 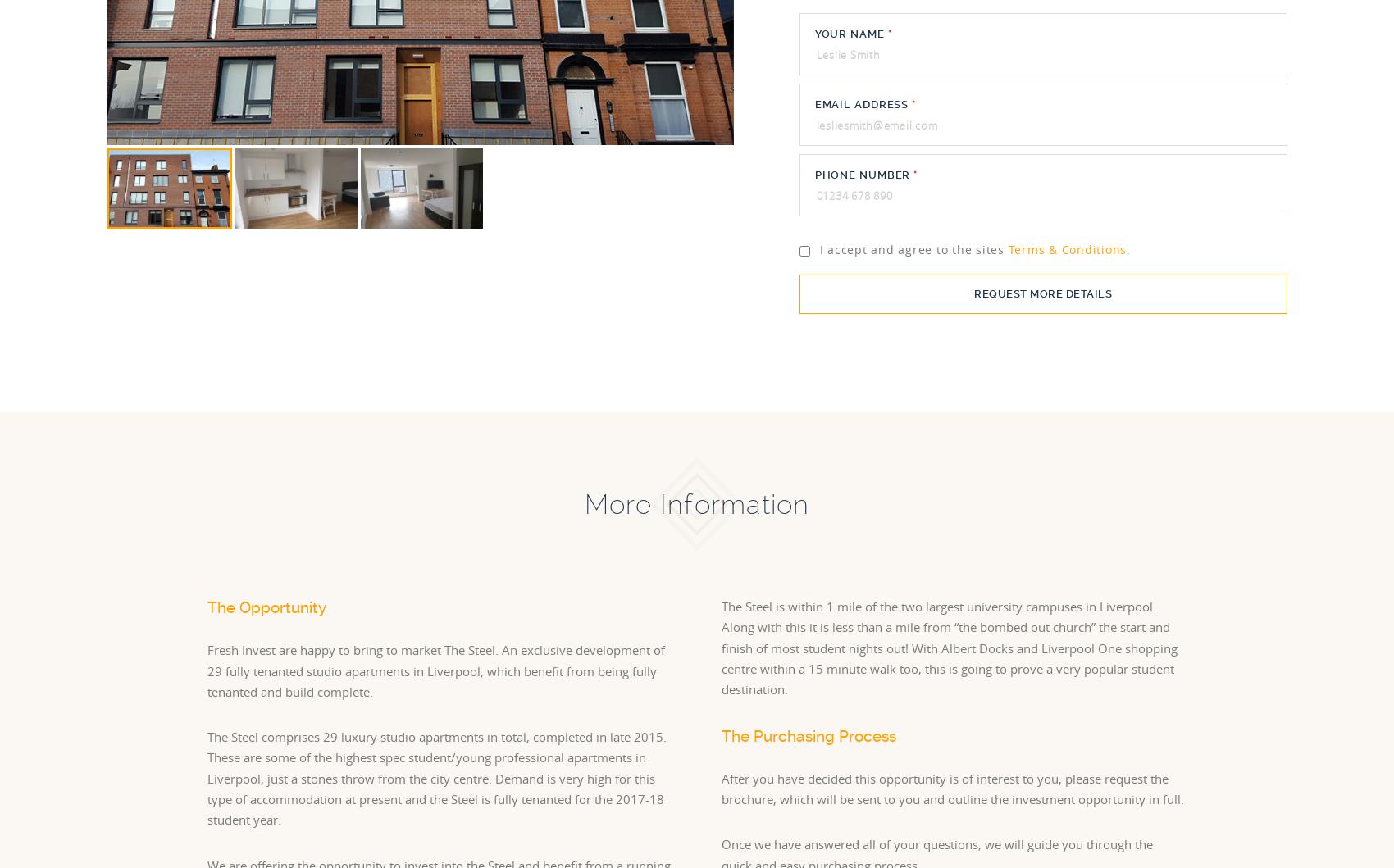 What do you see at coordinates (584, 502) in the screenshot?
I see `'More Information'` at bounding box center [584, 502].